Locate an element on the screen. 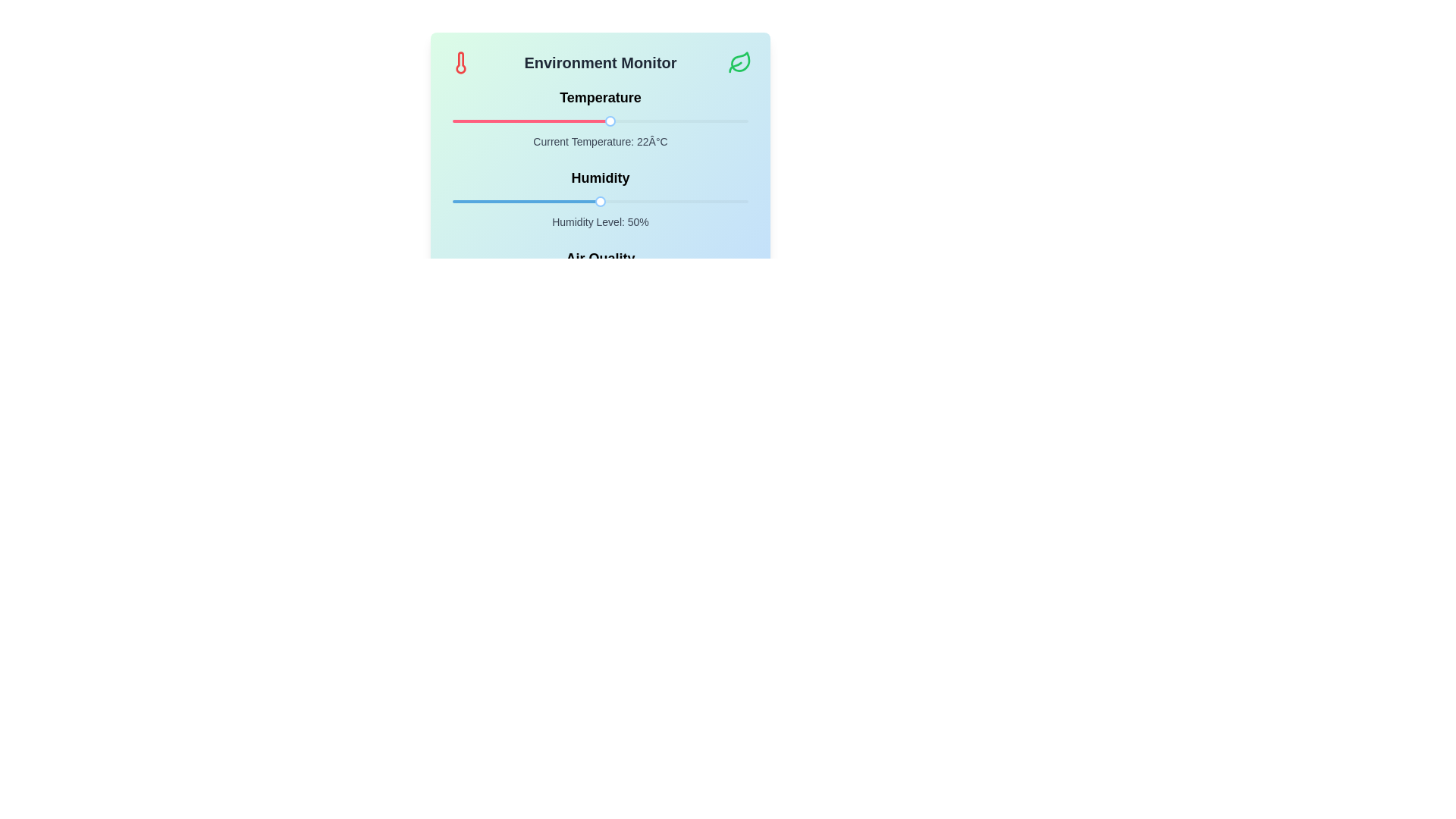  the humidity is located at coordinates (475, 201).